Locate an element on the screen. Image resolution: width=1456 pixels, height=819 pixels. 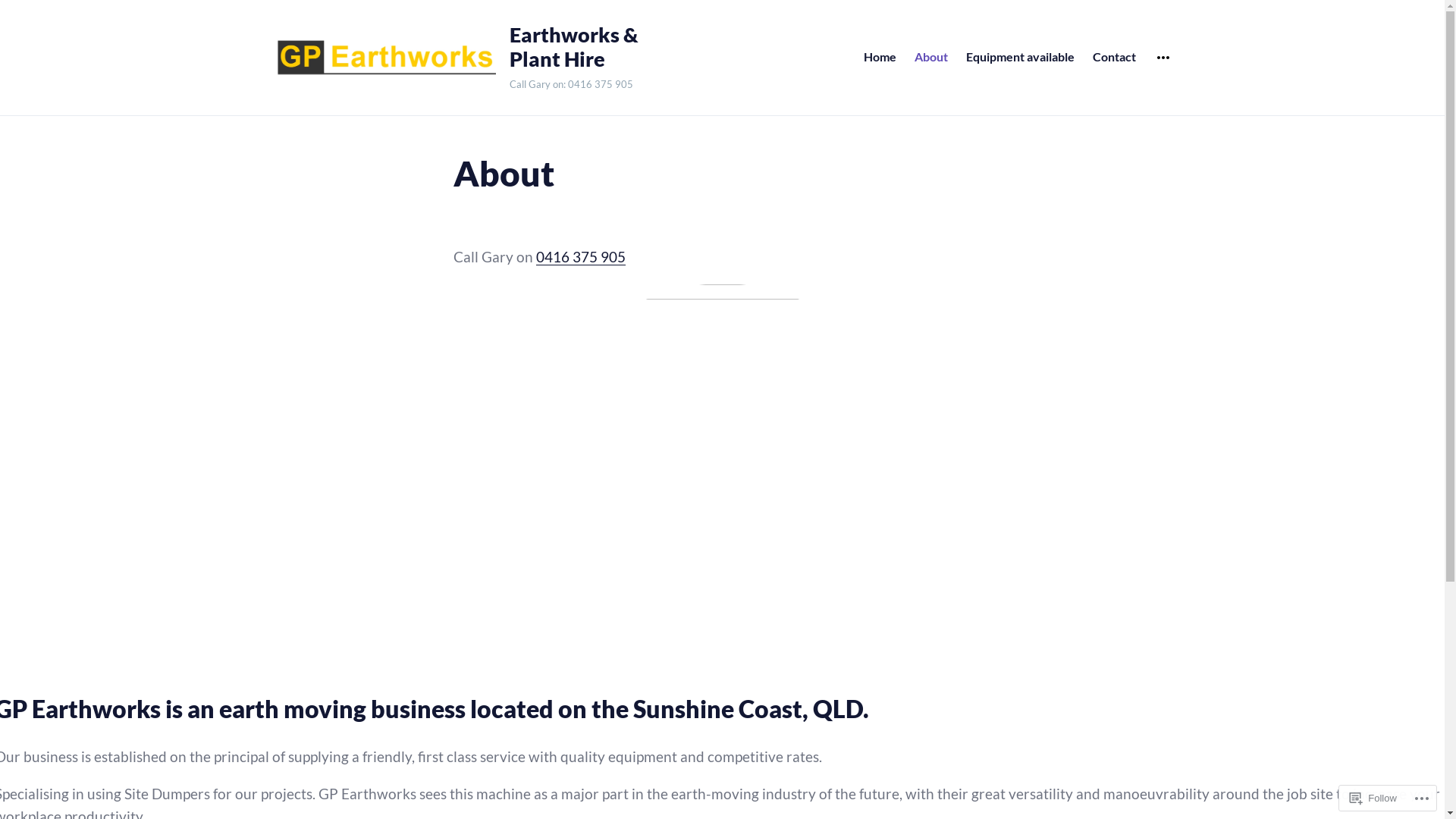
'Follow' is located at coordinates (1373, 797).